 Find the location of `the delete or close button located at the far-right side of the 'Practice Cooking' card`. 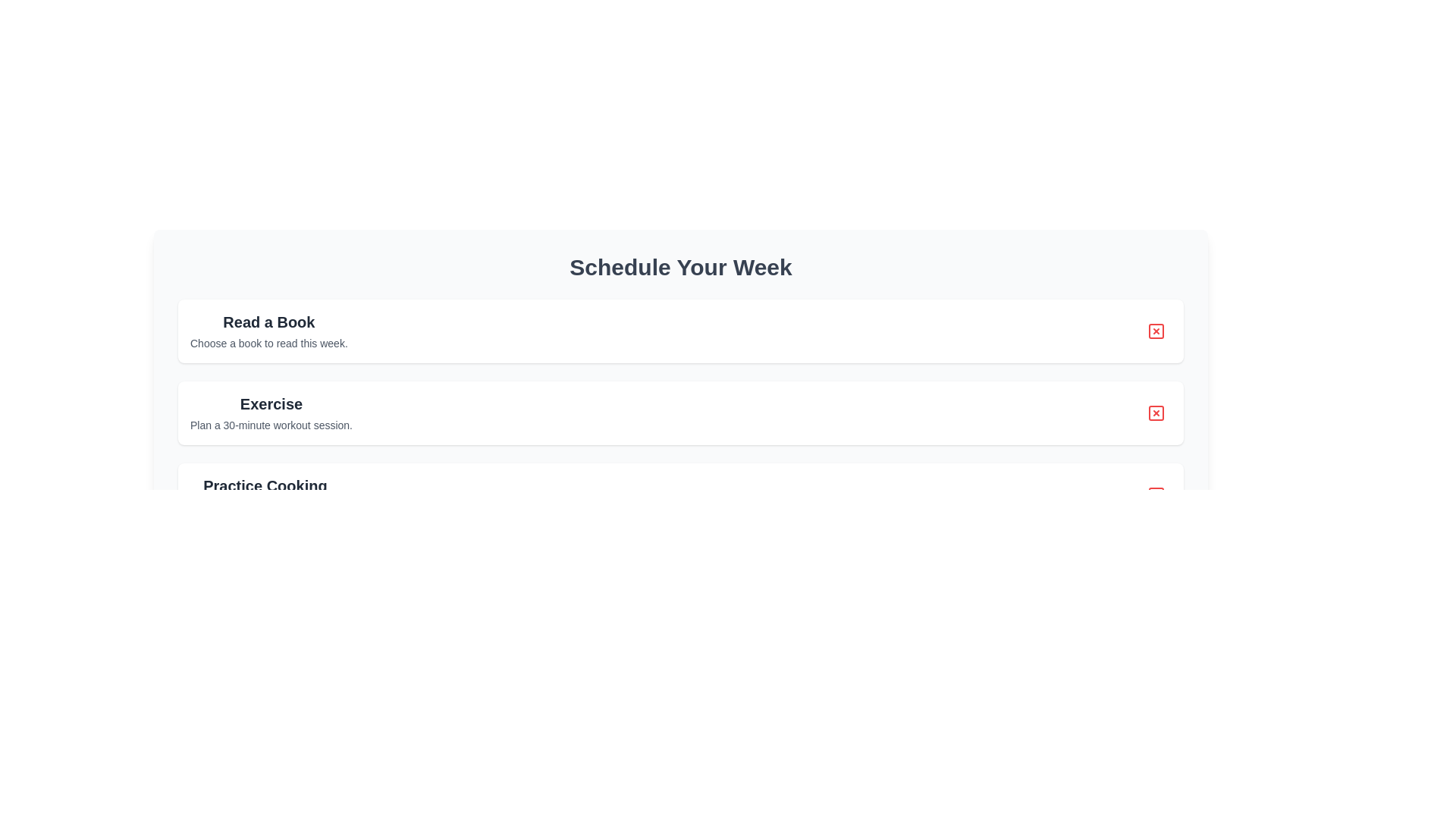

the delete or close button located at the far-right side of the 'Practice Cooking' card is located at coordinates (1156, 494).